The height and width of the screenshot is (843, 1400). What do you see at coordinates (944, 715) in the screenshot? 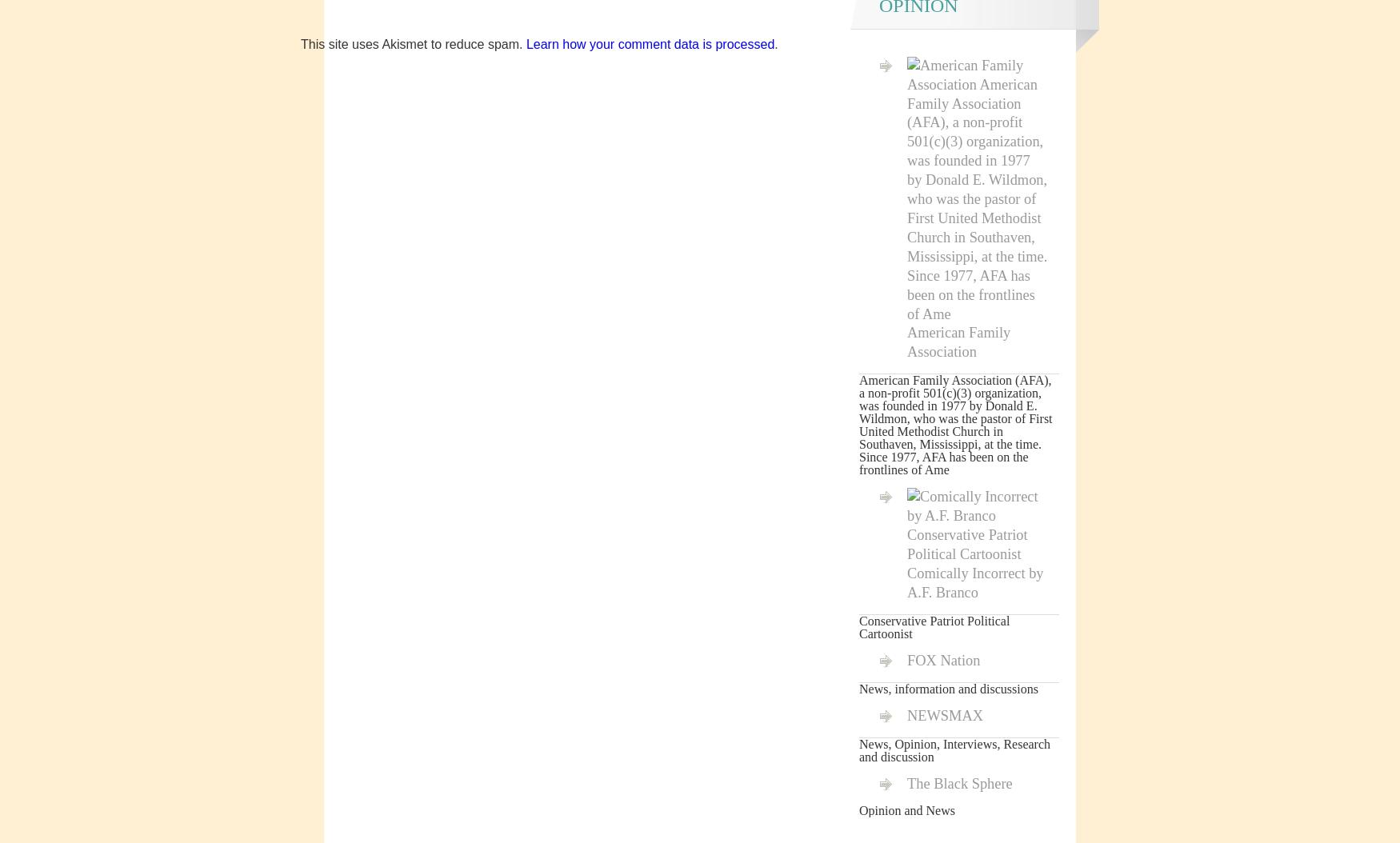
I see `'NEWSMAX'` at bounding box center [944, 715].